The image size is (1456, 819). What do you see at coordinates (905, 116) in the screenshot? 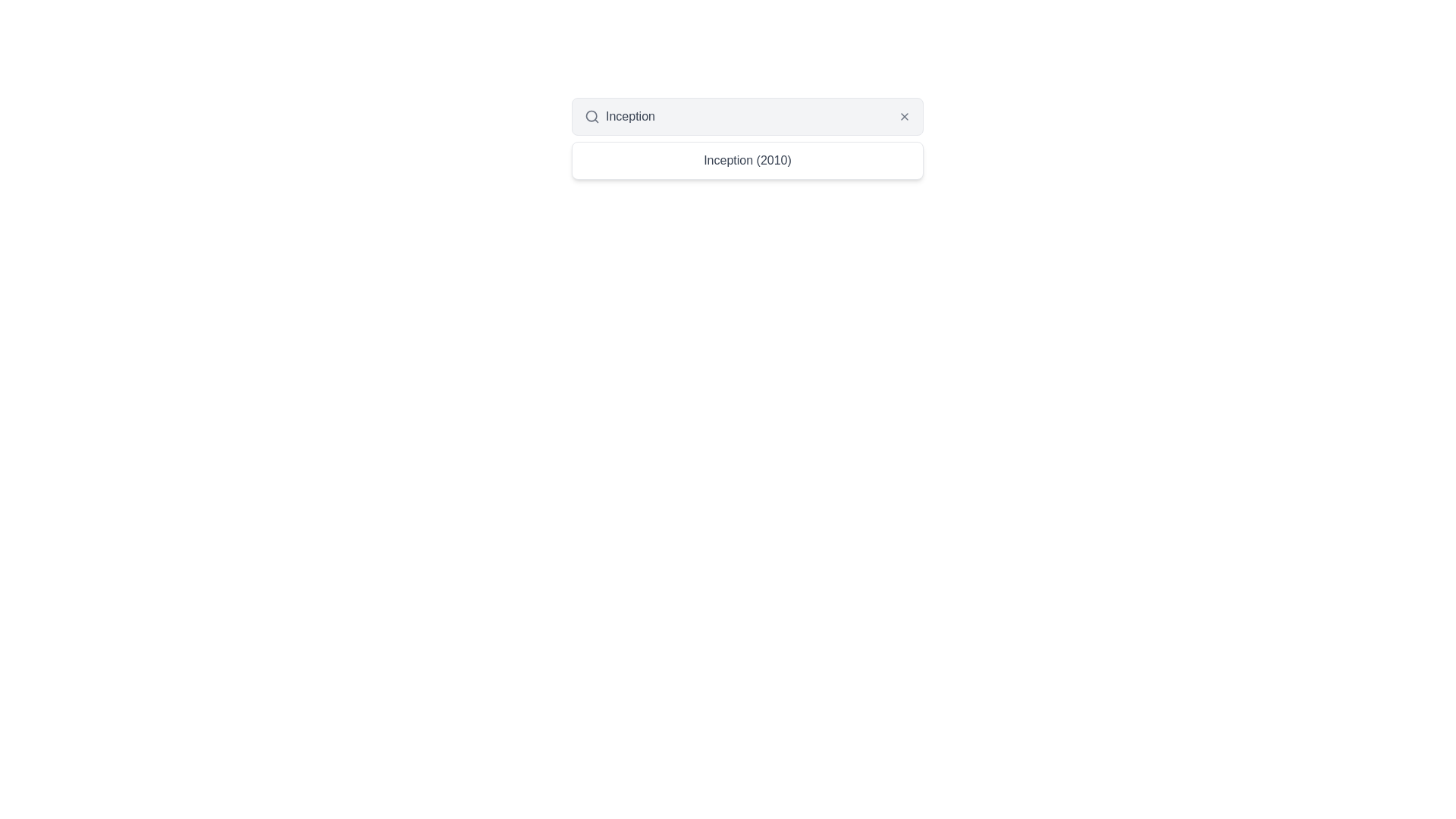
I see `the small gray 'X' icon located at the top right of the search bar to clear the input text 'Inception'` at bounding box center [905, 116].